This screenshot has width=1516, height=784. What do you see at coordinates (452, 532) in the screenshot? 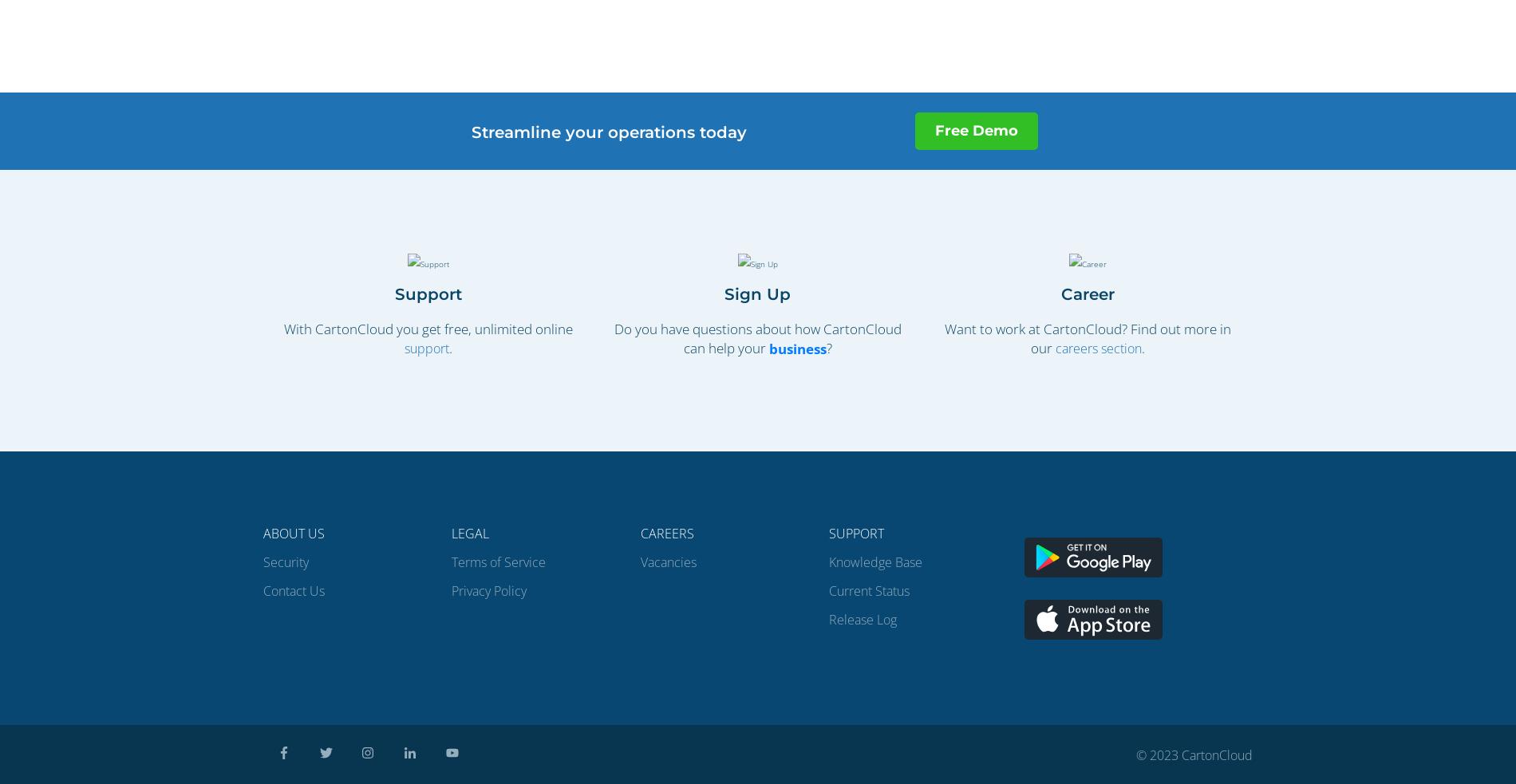
I see `'LEGAL'` at bounding box center [452, 532].